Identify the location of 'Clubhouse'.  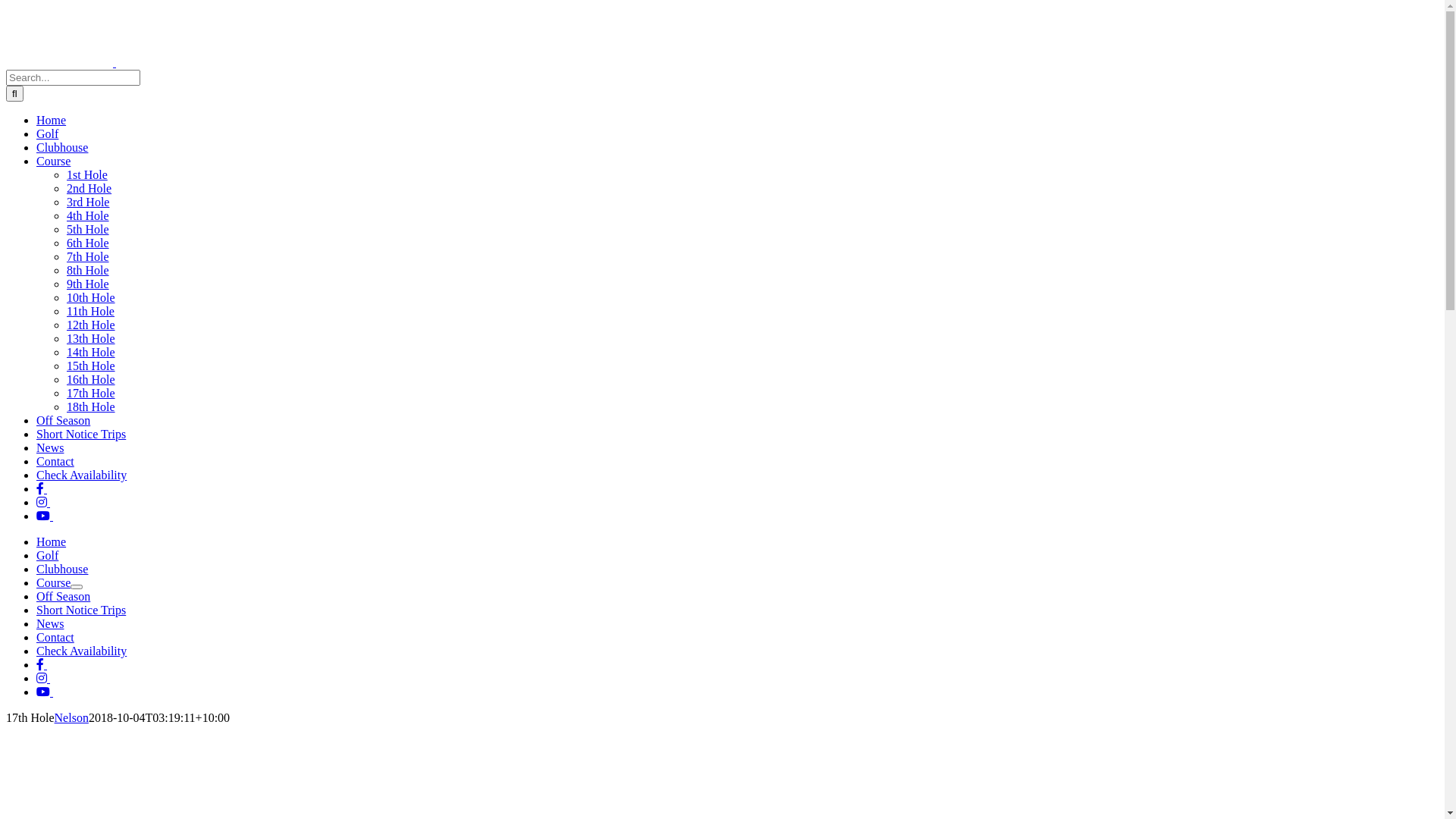
(61, 569).